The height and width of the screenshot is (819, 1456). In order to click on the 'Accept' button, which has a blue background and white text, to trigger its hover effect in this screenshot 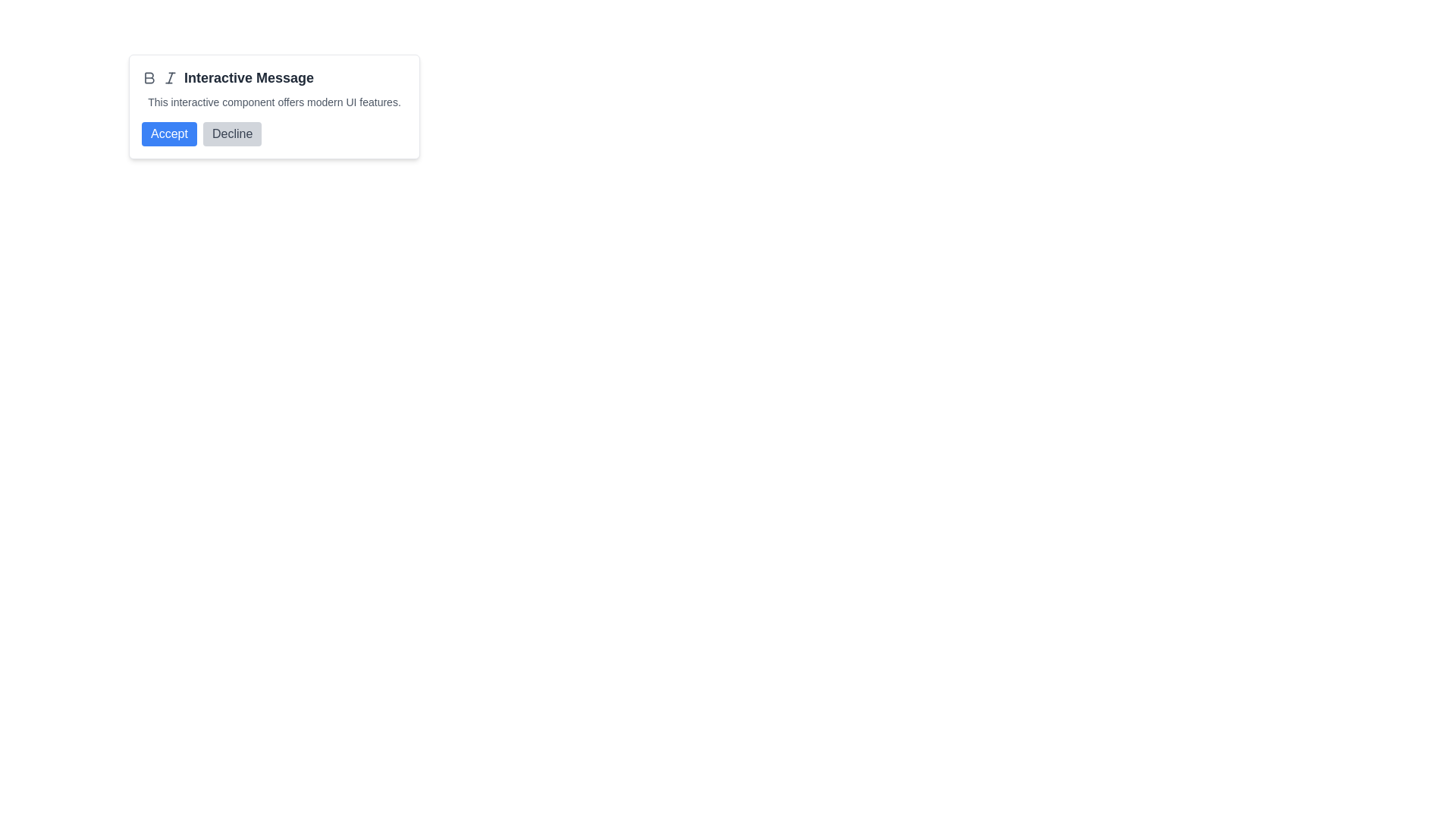, I will do `click(169, 133)`.